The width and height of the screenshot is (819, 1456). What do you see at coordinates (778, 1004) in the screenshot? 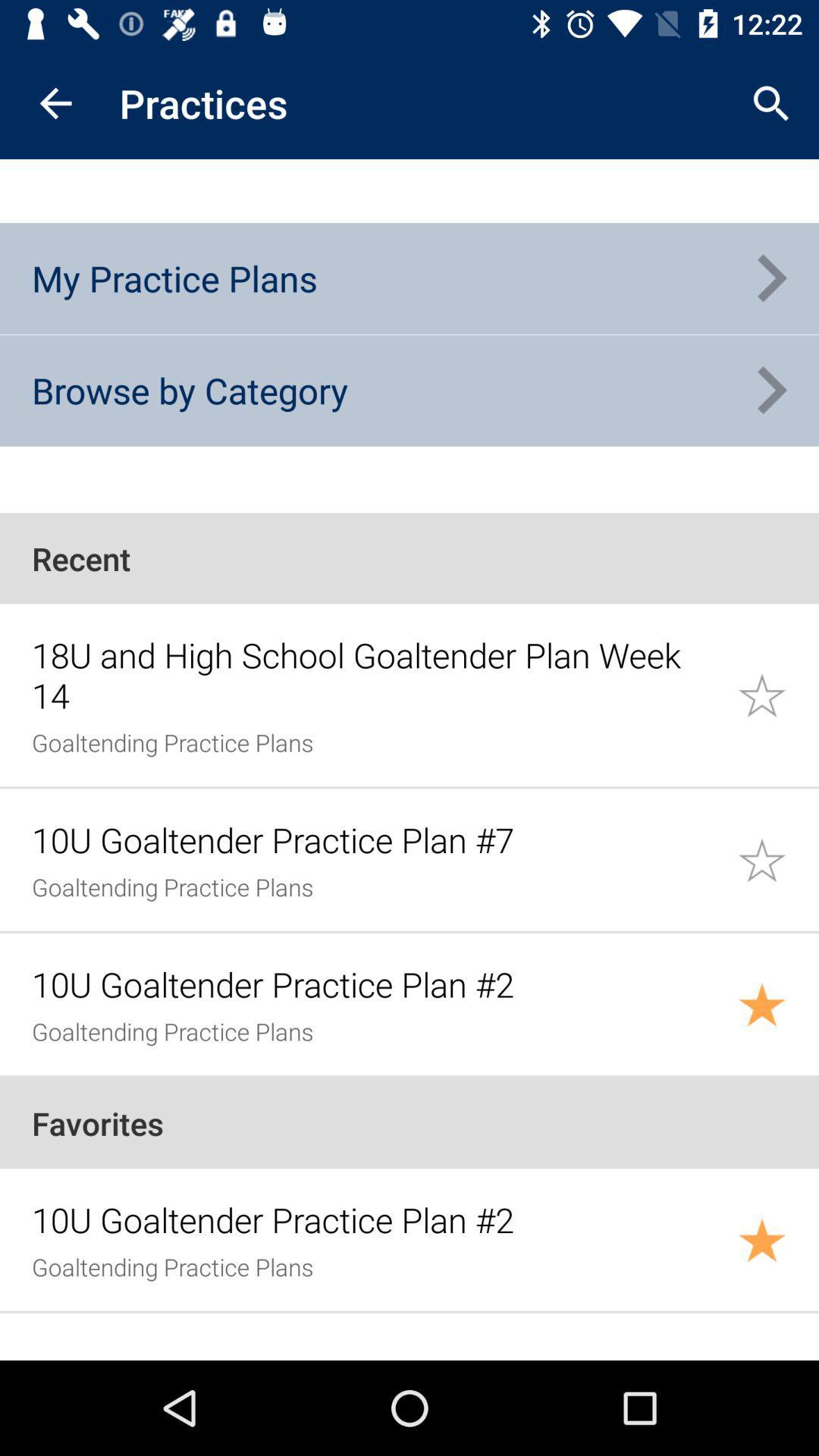
I see `bookmark` at bounding box center [778, 1004].